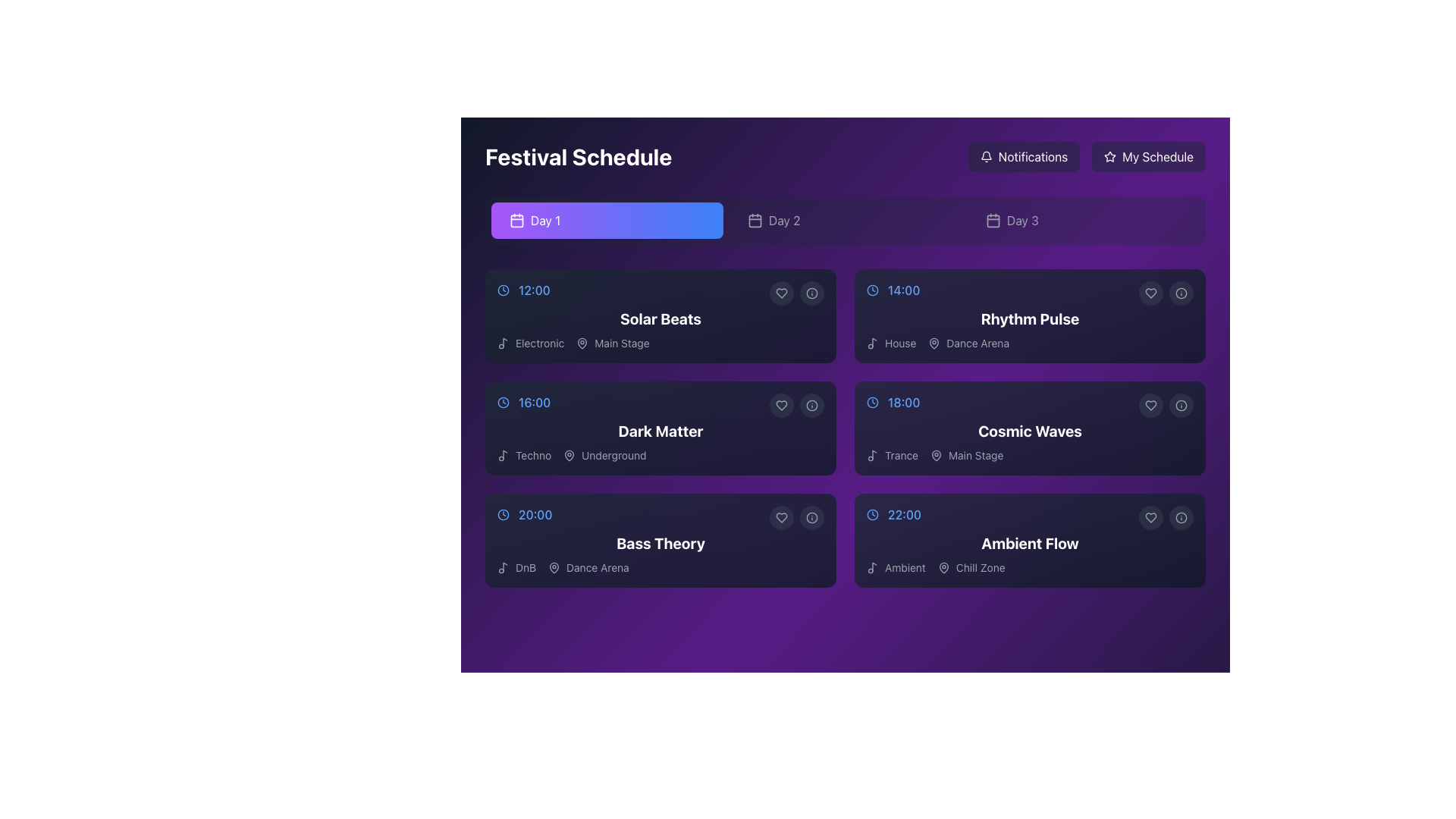  I want to click on the text label displaying 'Bass Theory', so click(661, 543).